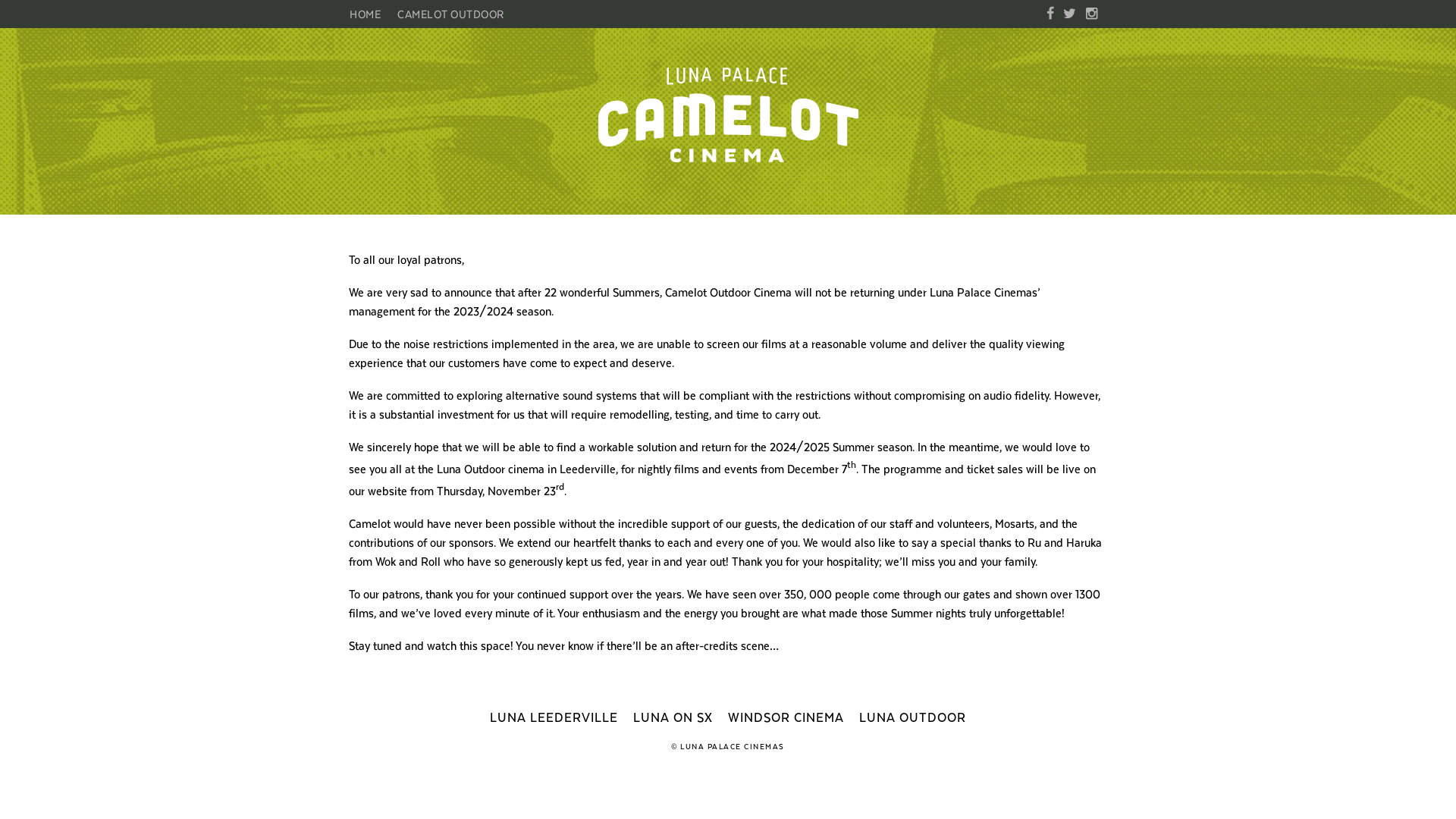 The height and width of the screenshot is (819, 1456). I want to click on 'WINDSOR CINEMA', so click(786, 717).